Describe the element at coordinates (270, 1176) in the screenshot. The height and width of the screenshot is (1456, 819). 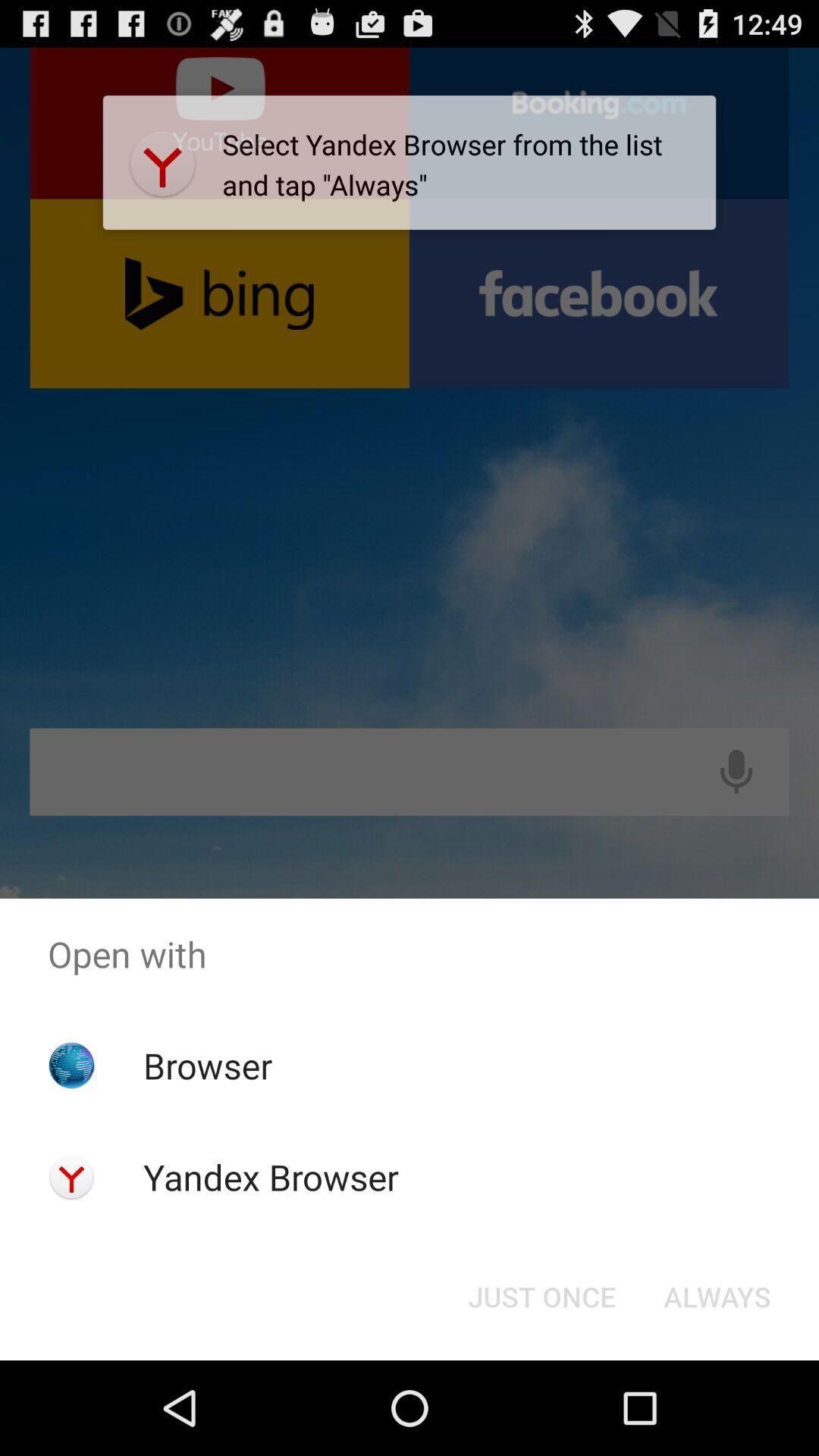
I see `the yandex browser app` at that location.